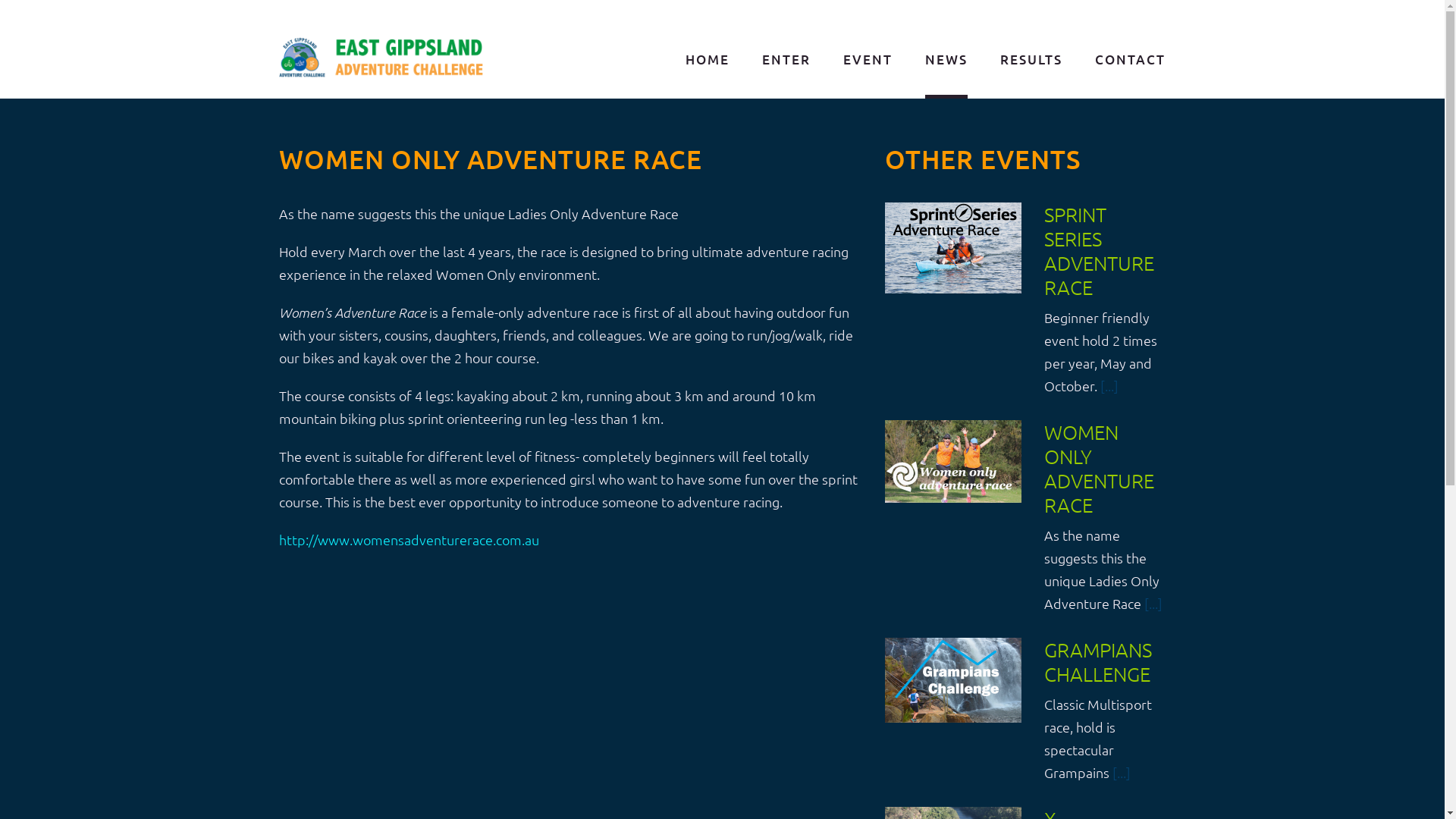 This screenshot has height=819, width=1456. I want to click on 'HOME', so click(706, 60).